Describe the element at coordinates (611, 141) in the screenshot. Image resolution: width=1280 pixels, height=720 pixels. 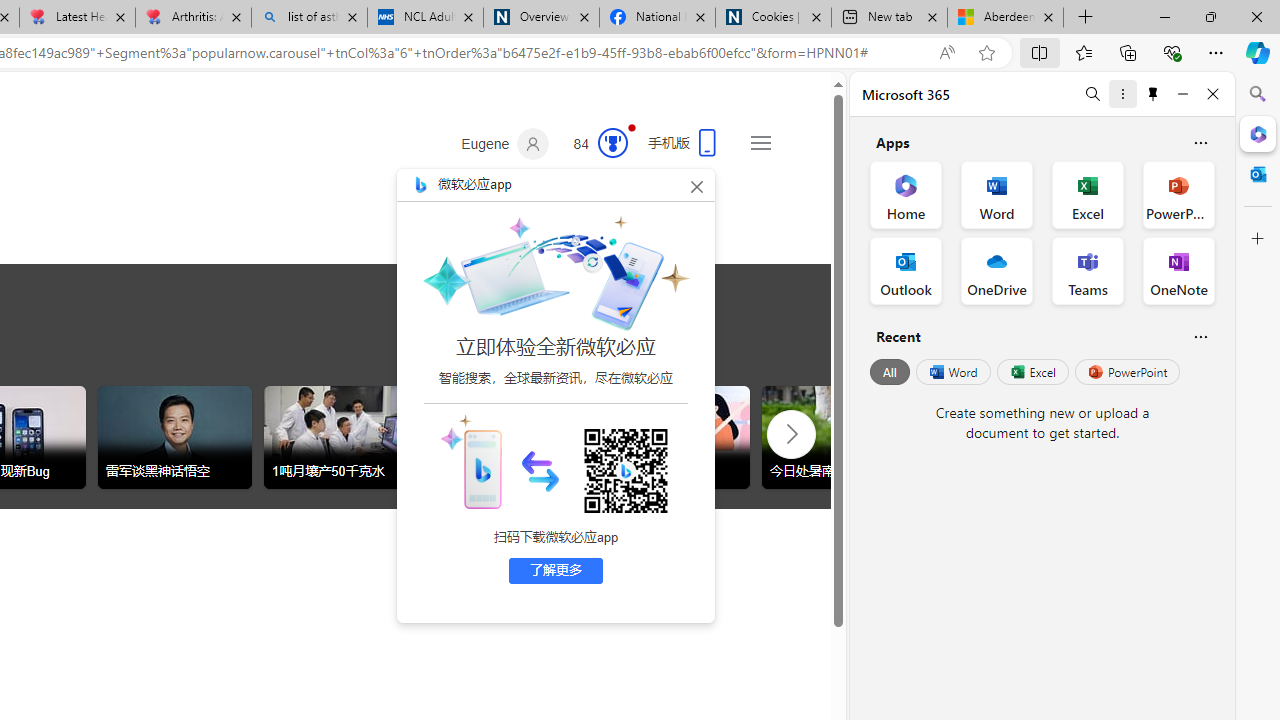
I see `'AutomationID: serp_medal_svg'` at that location.